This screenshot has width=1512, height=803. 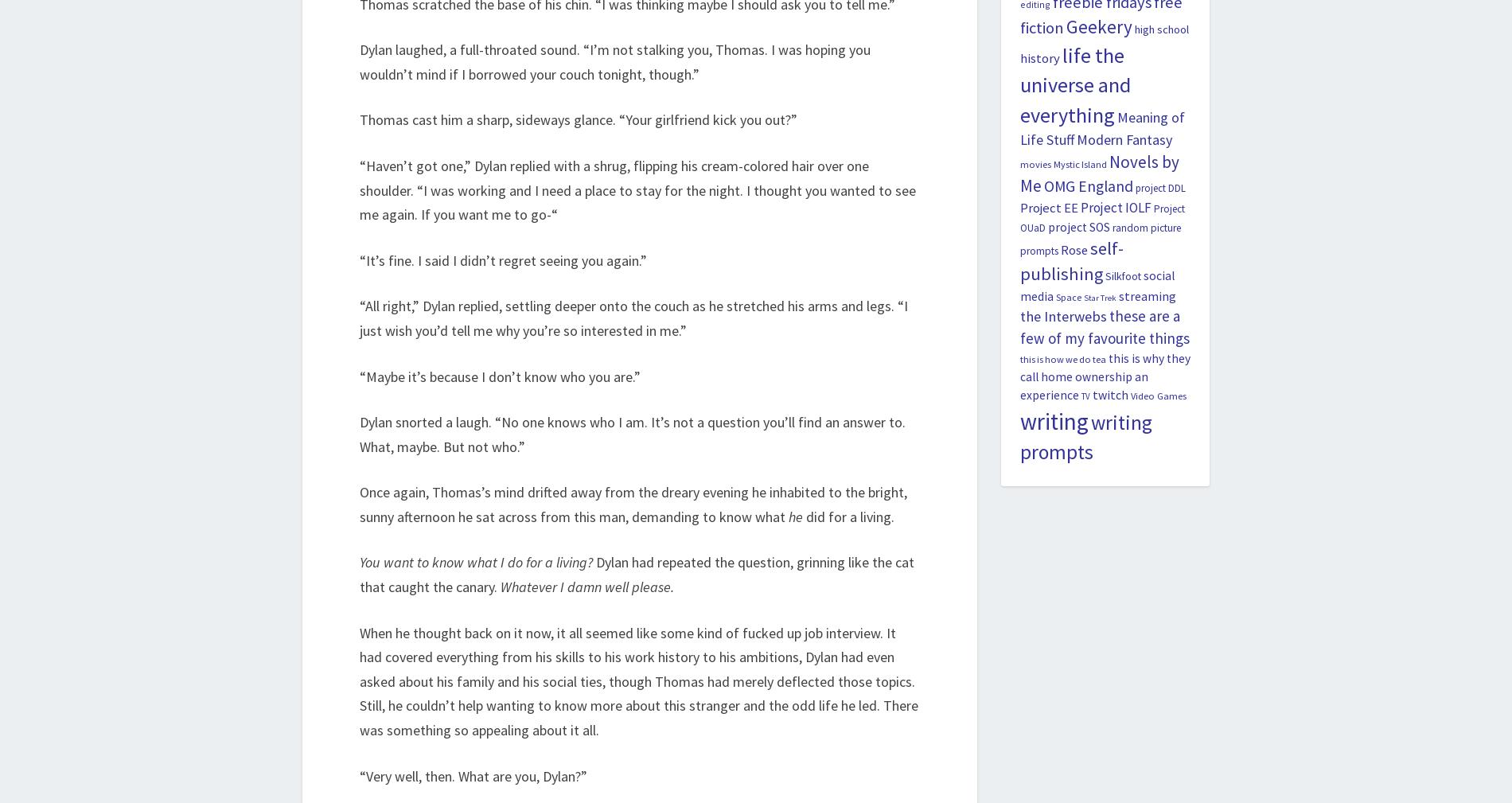 I want to click on 'random picture prompts', so click(x=1099, y=239).